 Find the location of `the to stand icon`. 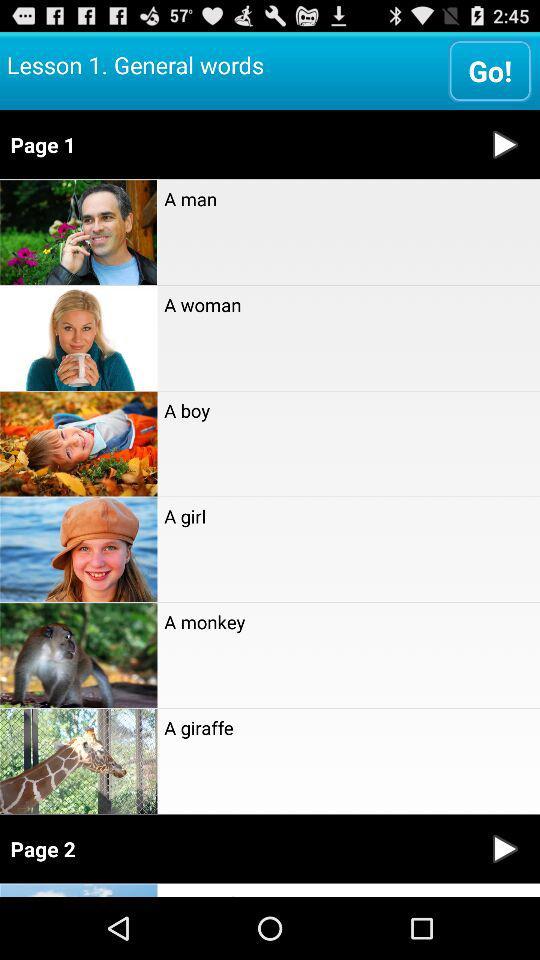

the to stand icon is located at coordinates (347, 889).